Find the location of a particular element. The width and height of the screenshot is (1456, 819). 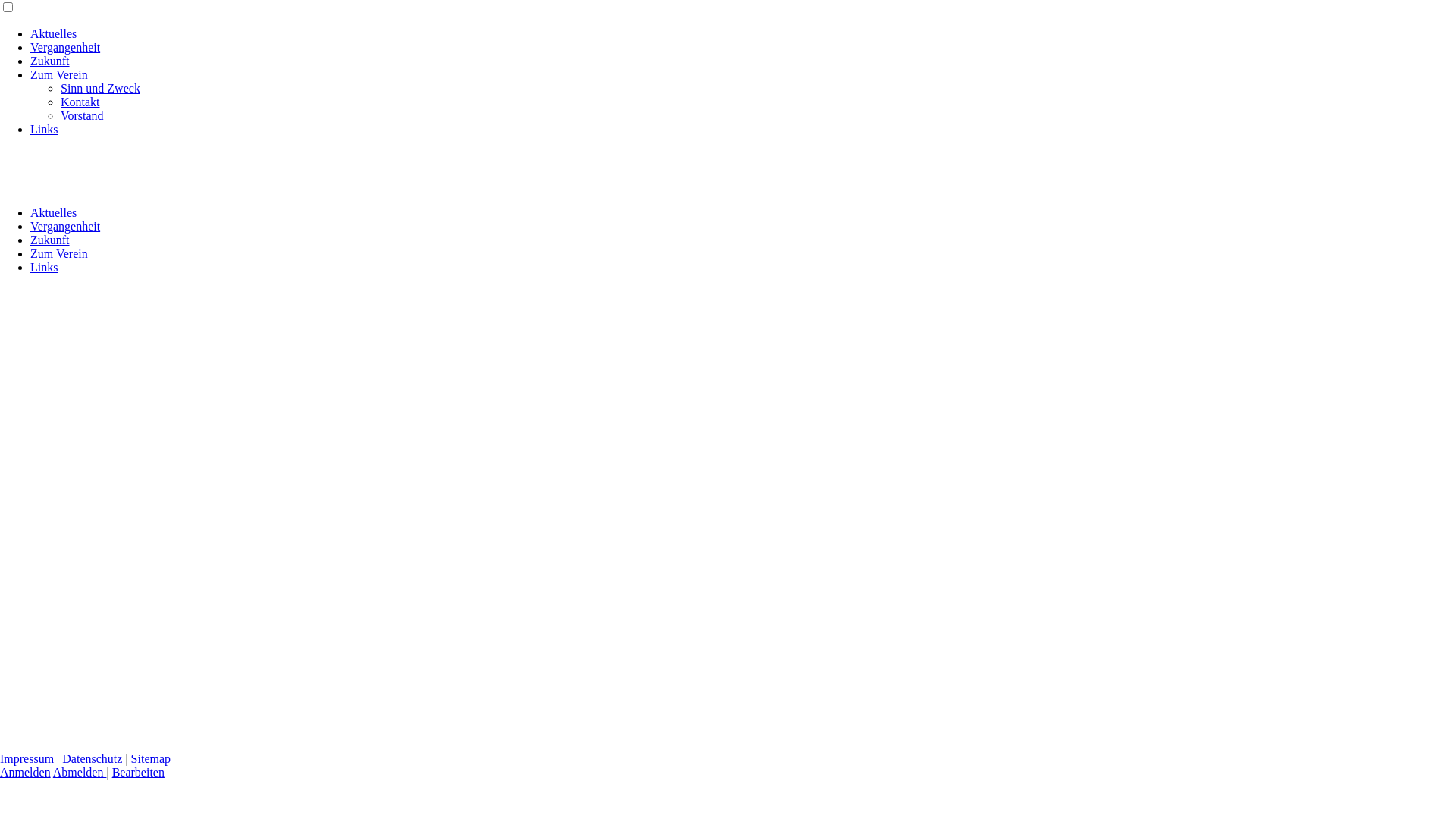

'Impressum' is located at coordinates (27, 758).